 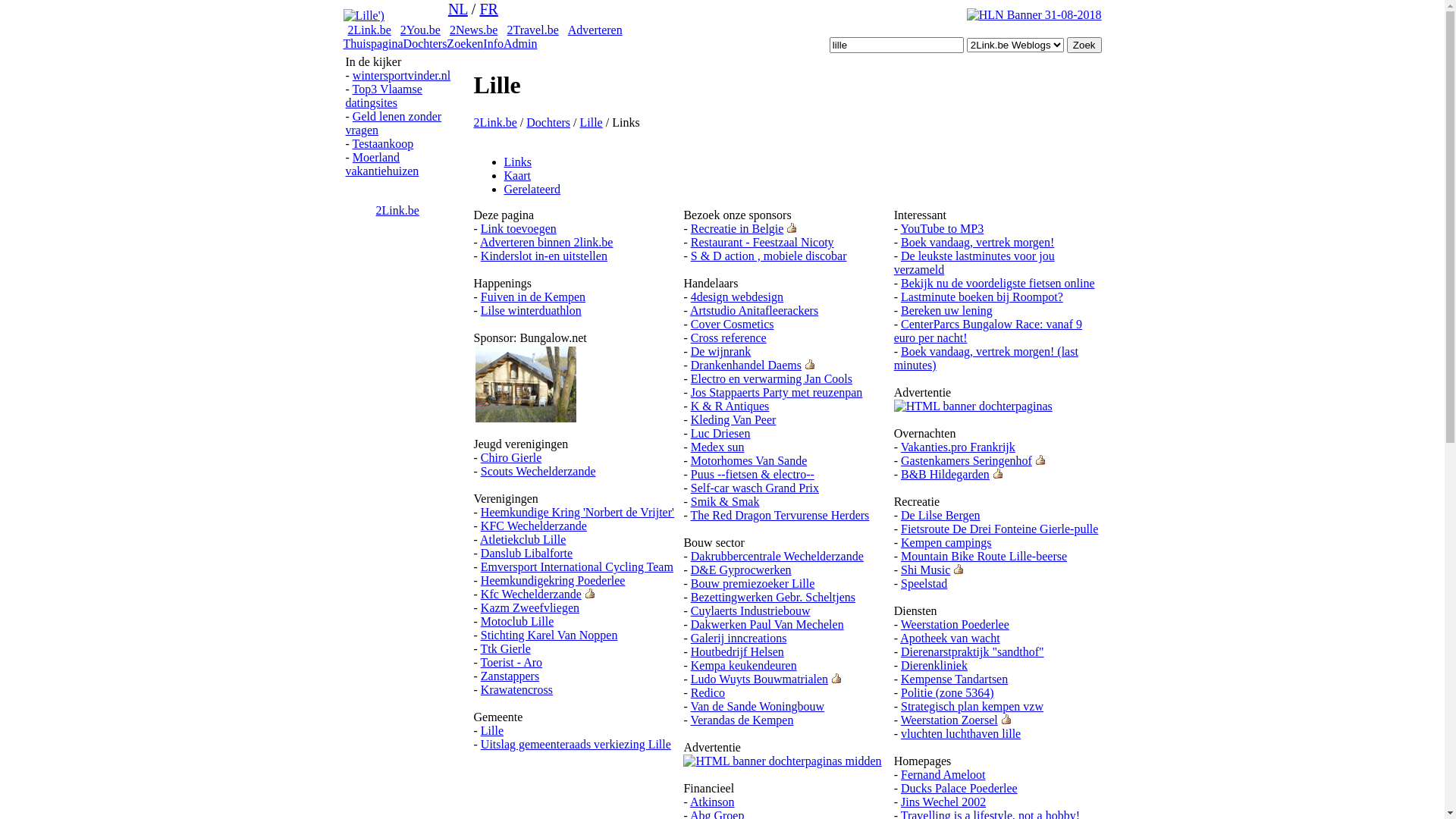 What do you see at coordinates (383, 143) in the screenshot?
I see `'Testaankoop'` at bounding box center [383, 143].